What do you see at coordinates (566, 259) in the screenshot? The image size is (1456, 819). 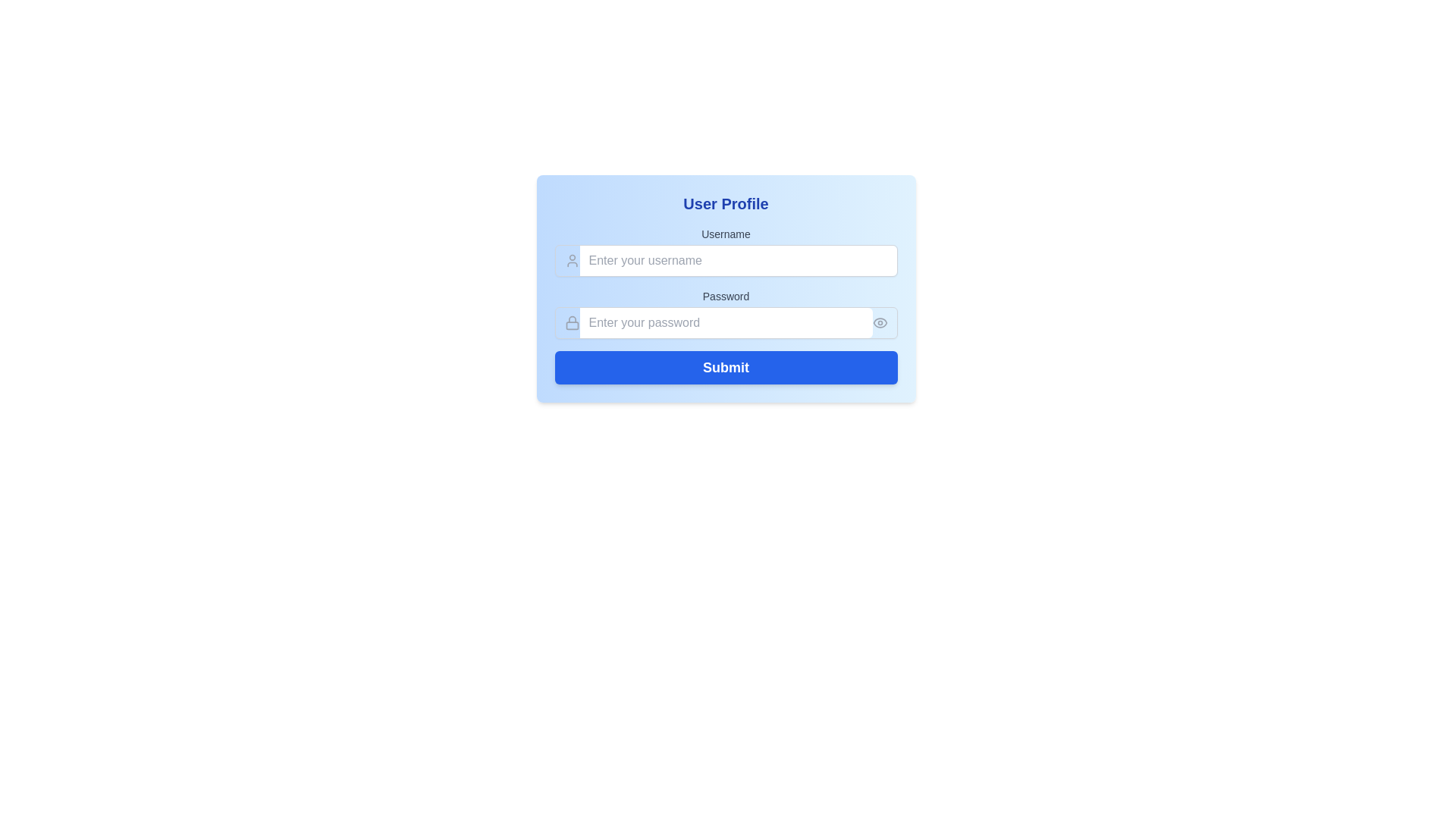 I see `the user icon, a simplistic line-drawn human figure in gray, located left of the 'Enter your username' text input box` at bounding box center [566, 259].